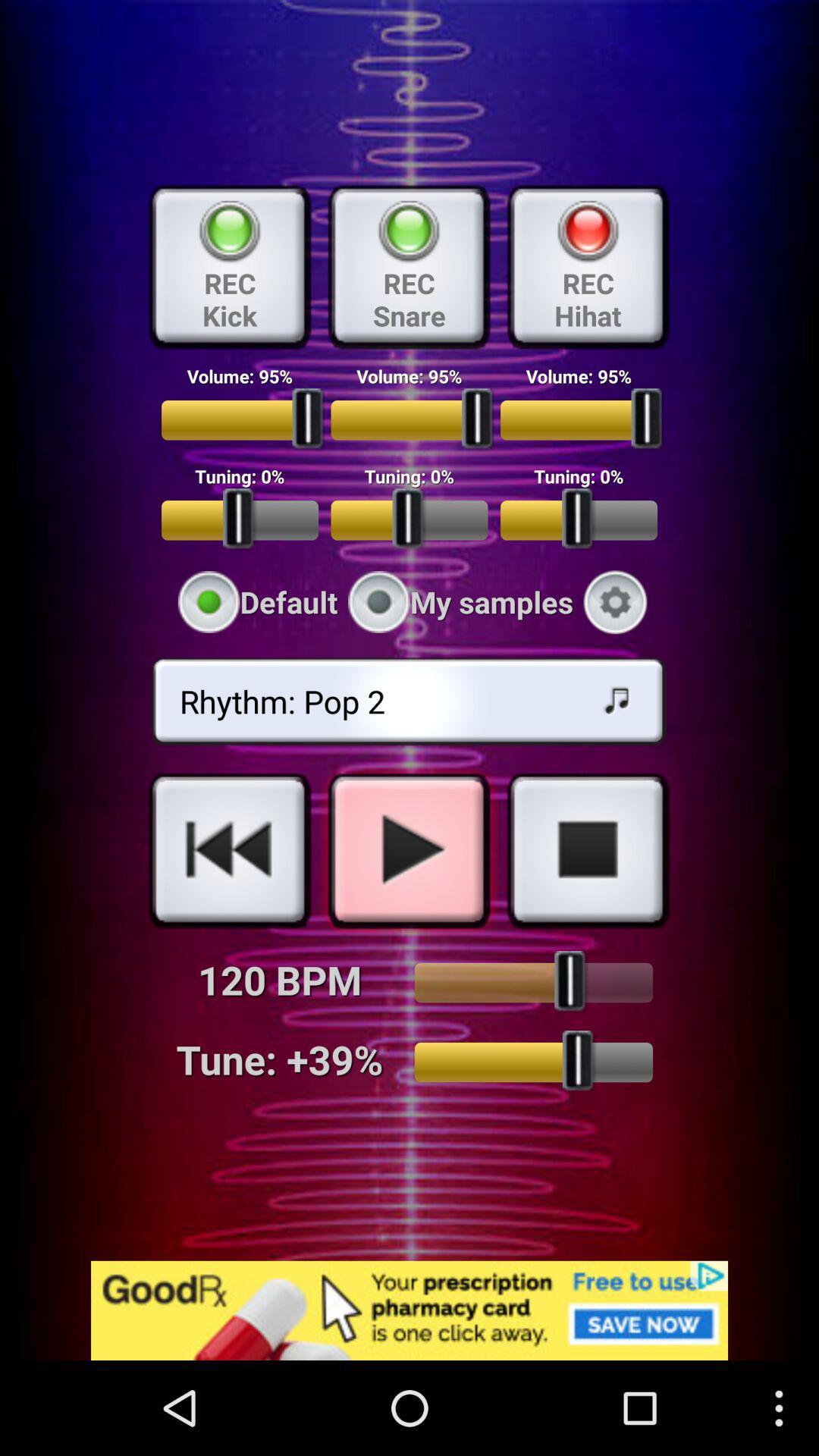 This screenshot has height=1456, width=819. Describe the element at coordinates (408, 850) in the screenshot. I see `play` at that location.